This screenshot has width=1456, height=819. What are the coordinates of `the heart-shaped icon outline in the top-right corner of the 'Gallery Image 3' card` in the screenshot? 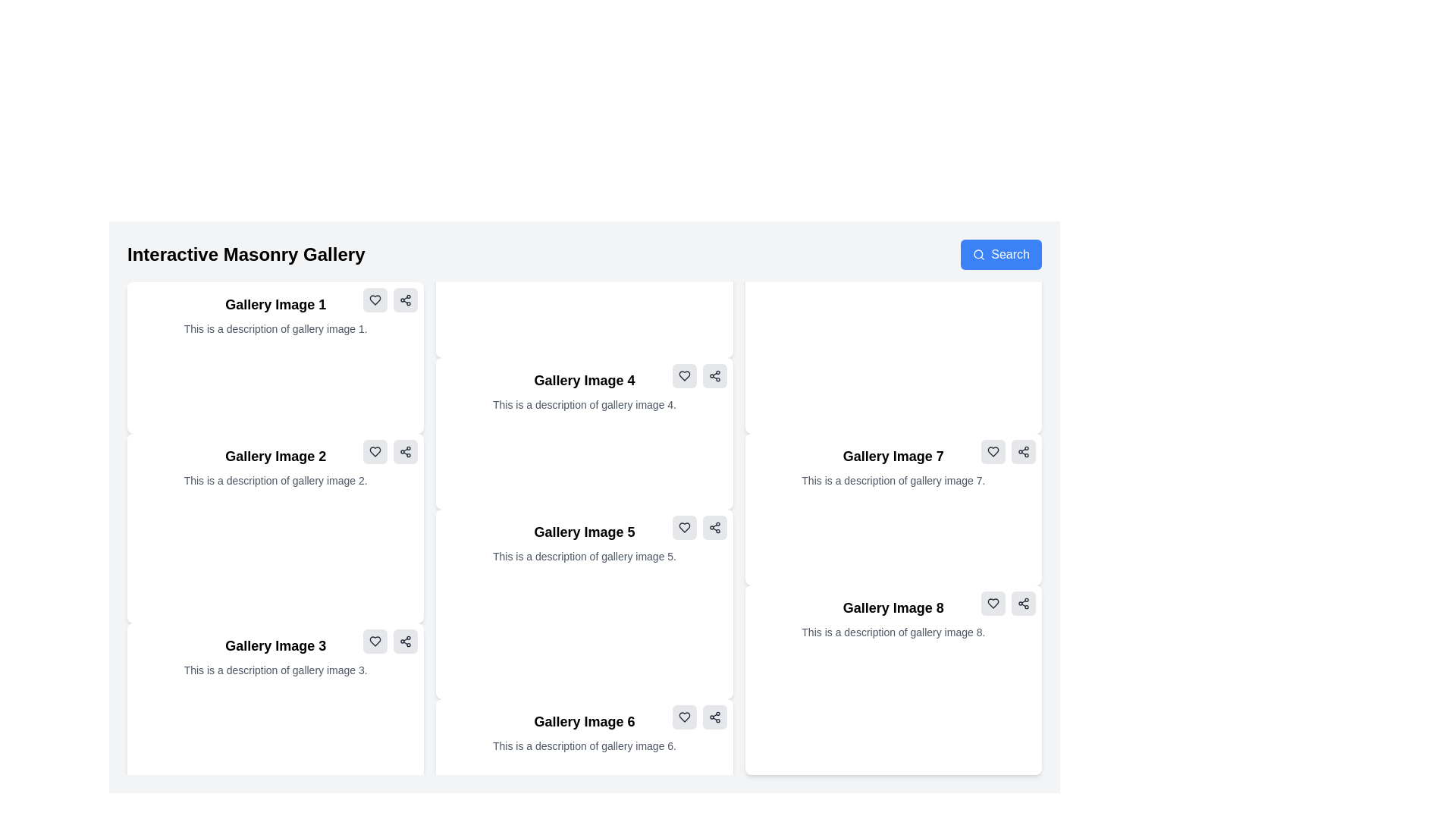 It's located at (375, 451).